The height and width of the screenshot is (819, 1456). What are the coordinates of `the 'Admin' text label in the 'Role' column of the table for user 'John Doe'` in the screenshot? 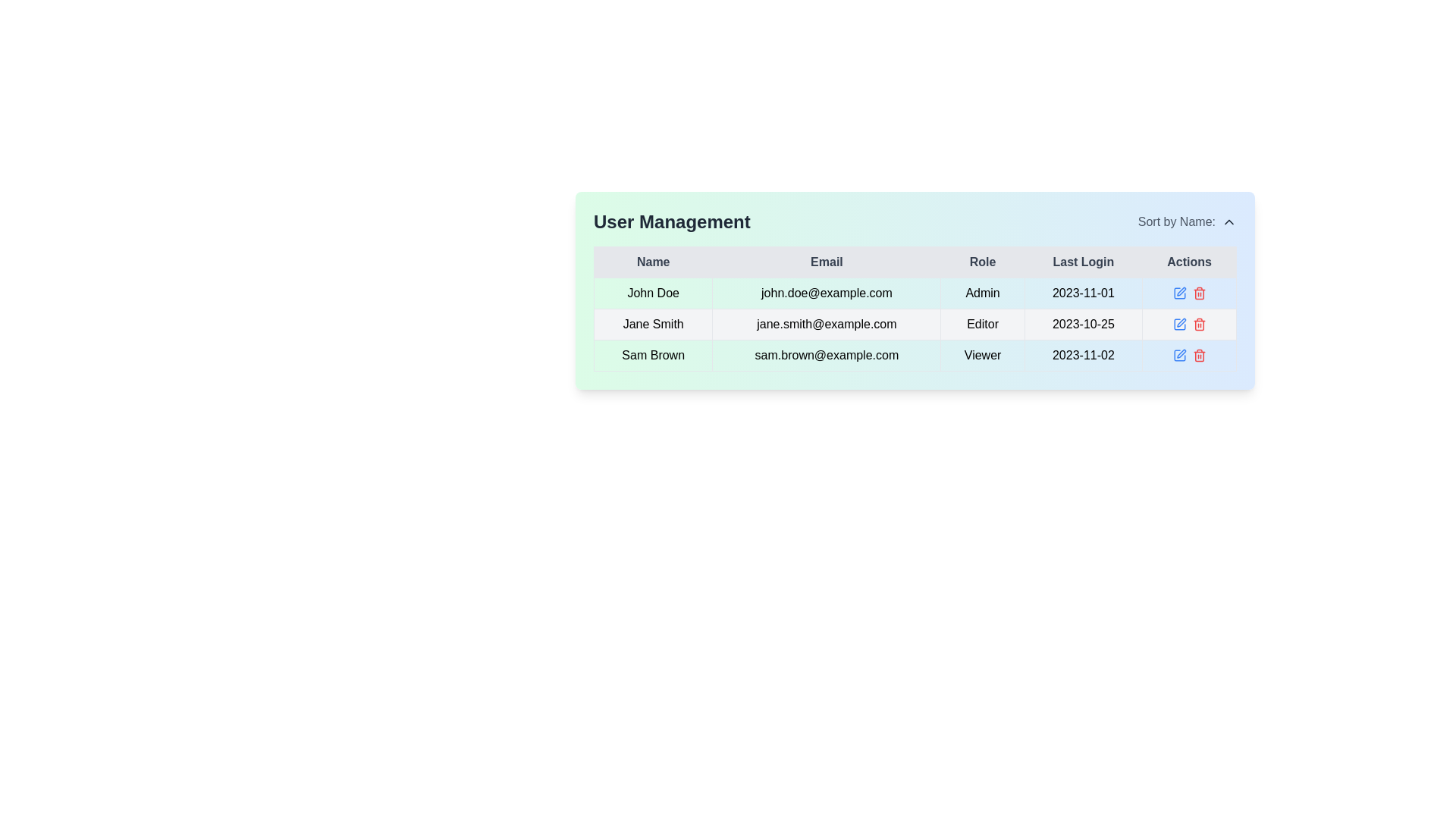 It's located at (983, 293).